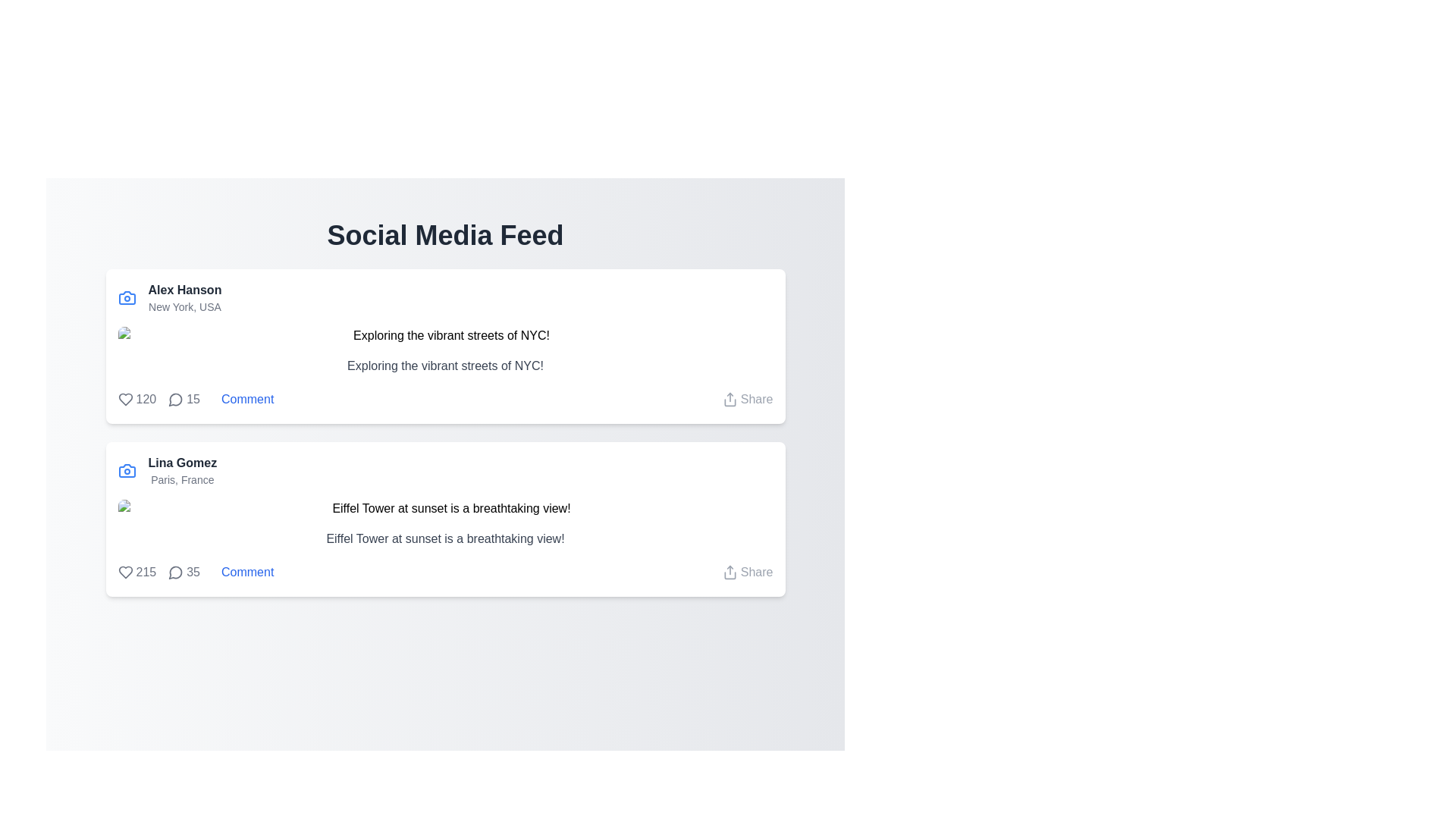  I want to click on the heart icon button located at the bottom left of the second card posted by Lina Gomez to express appreciation for the post and increase the like count, so click(125, 573).